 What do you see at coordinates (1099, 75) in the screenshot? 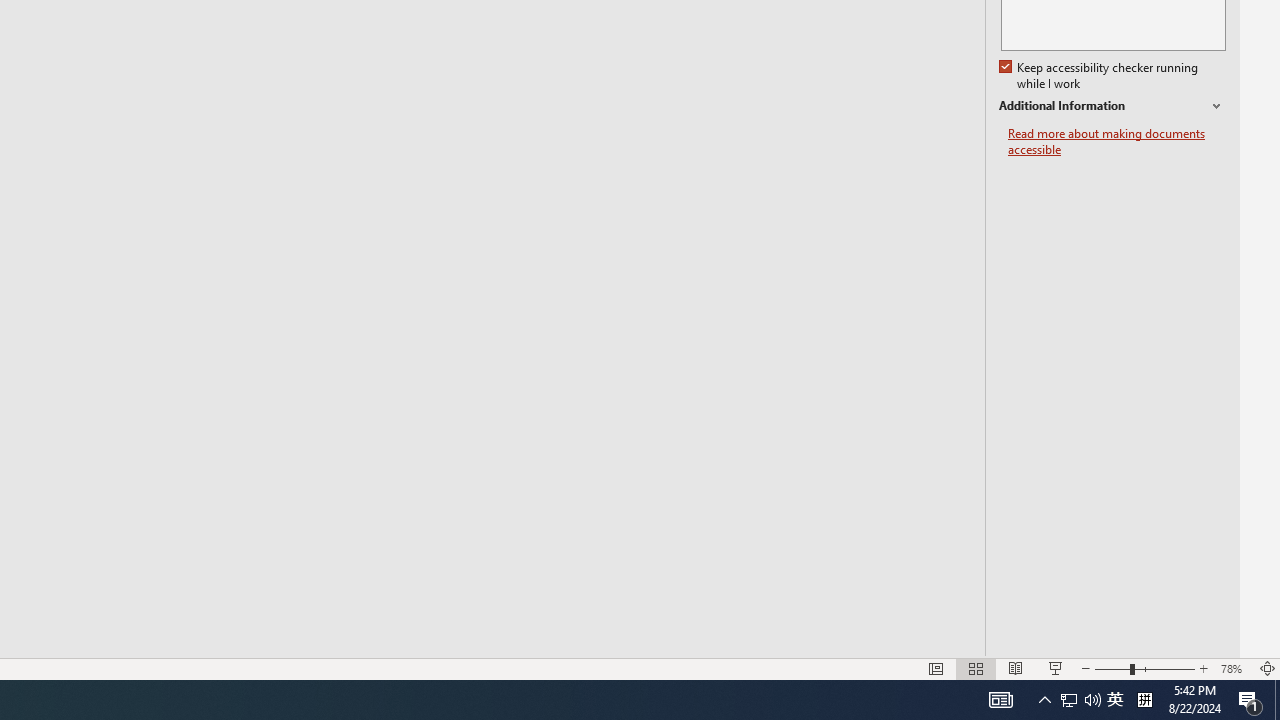
I see `'Keep accessibility checker running while I work'` at bounding box center [1099, 75].